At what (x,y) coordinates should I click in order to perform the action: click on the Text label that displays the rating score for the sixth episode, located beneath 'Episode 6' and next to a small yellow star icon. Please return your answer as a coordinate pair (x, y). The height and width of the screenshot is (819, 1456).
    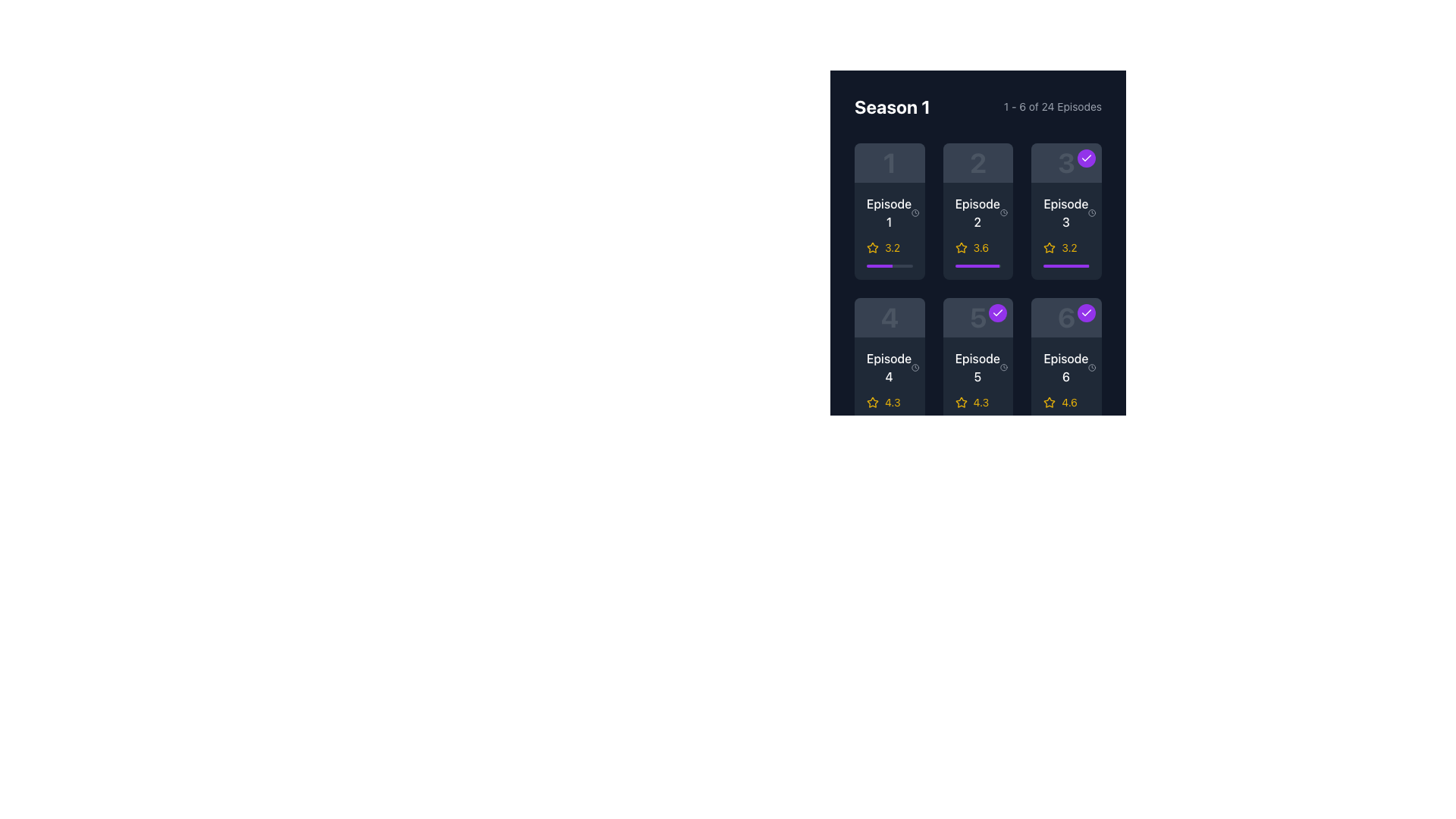
    Looking at the image, I should click on (1068, 402).